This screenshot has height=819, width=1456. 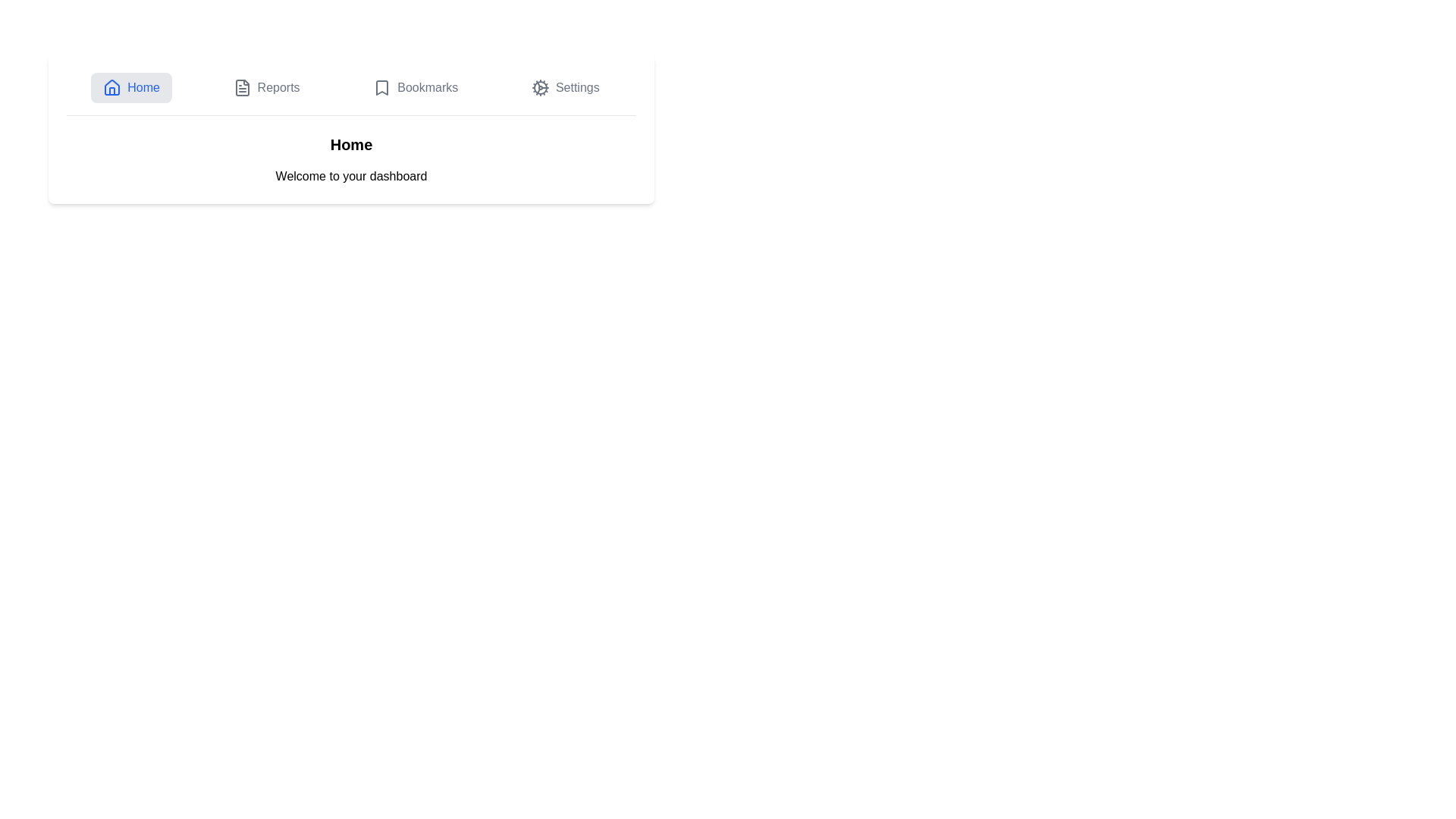 I want to click on the 'Home' icon in the top menu bar, so click(x=111, y=87).